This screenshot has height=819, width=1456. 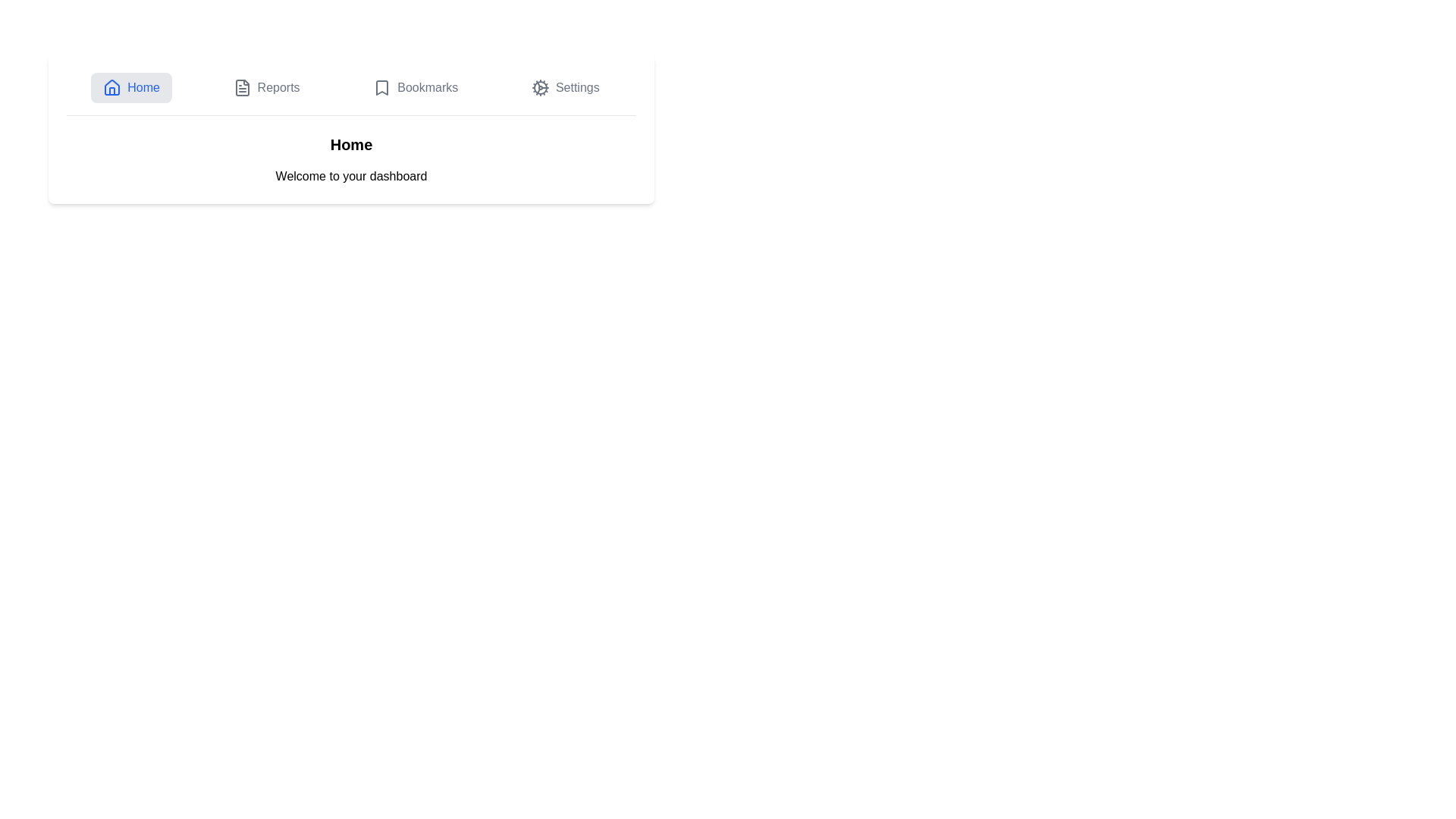 I want to click on the 'Home' icon in the top menu bar, so click(x=111, y=87).